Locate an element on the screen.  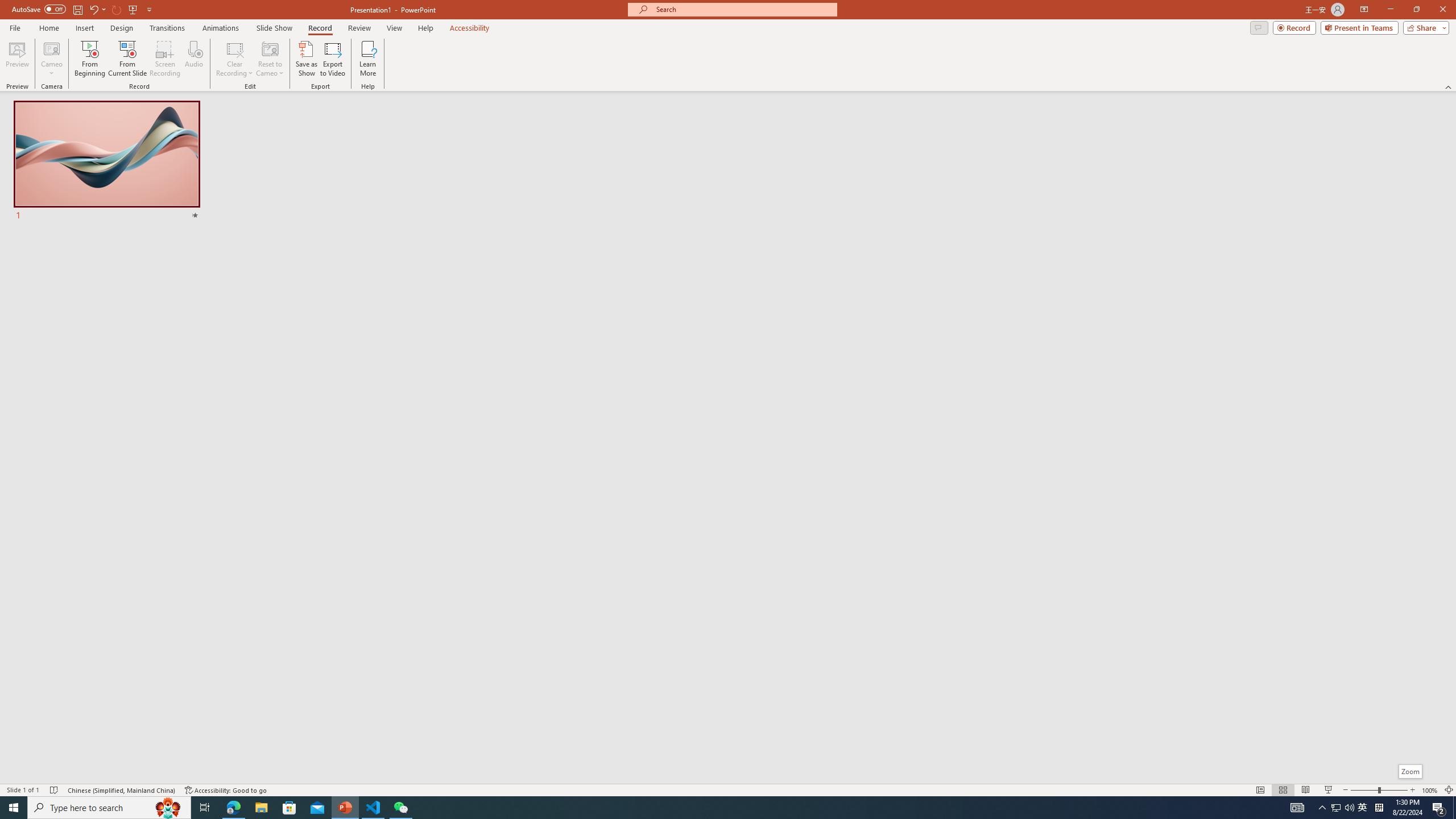
'Cameo' is located at coordinates (51, 59).